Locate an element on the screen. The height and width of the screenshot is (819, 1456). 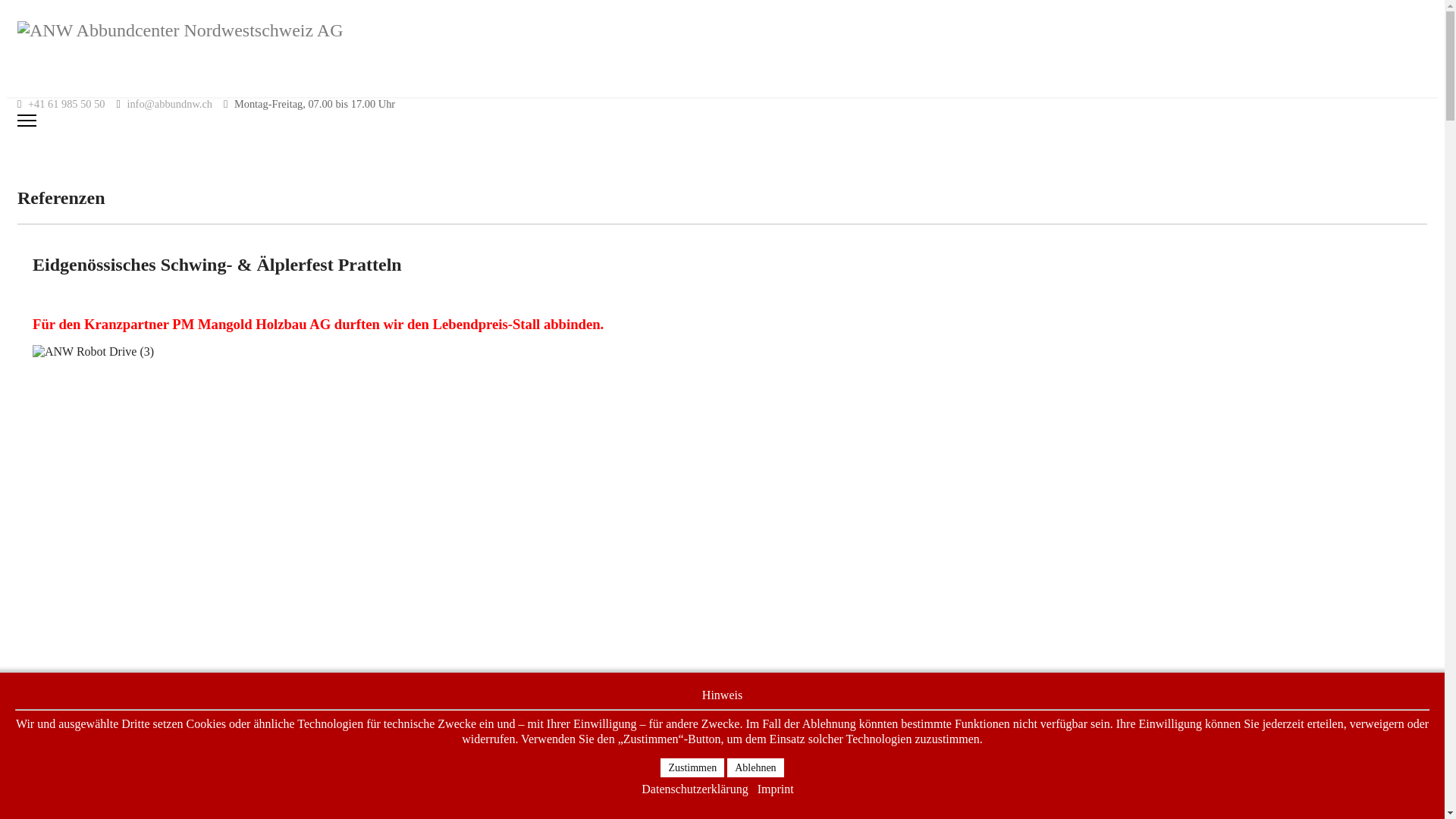
'Imprint' is located at coordinates (775, 789).